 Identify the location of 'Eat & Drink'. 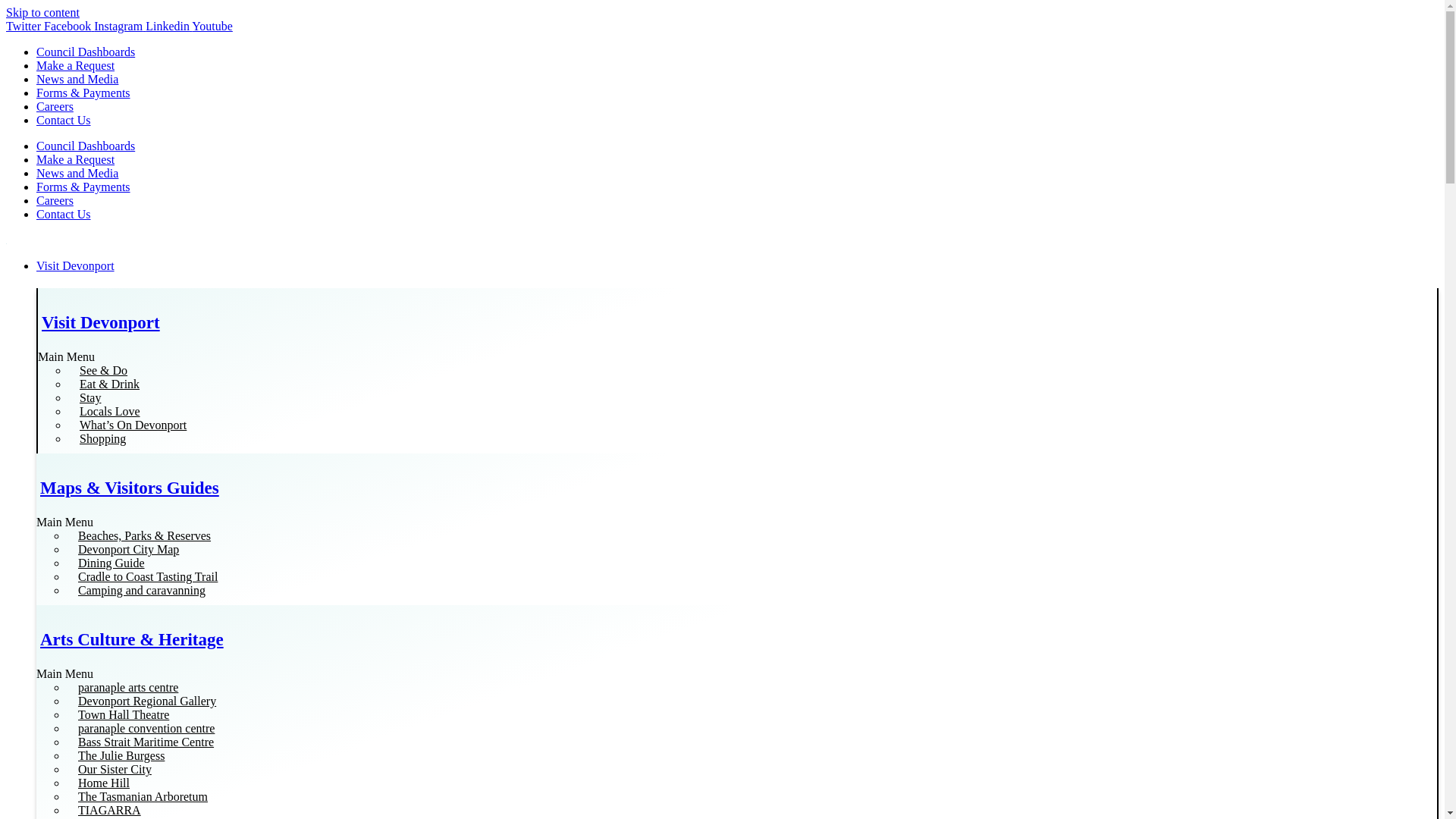
(108, 383).